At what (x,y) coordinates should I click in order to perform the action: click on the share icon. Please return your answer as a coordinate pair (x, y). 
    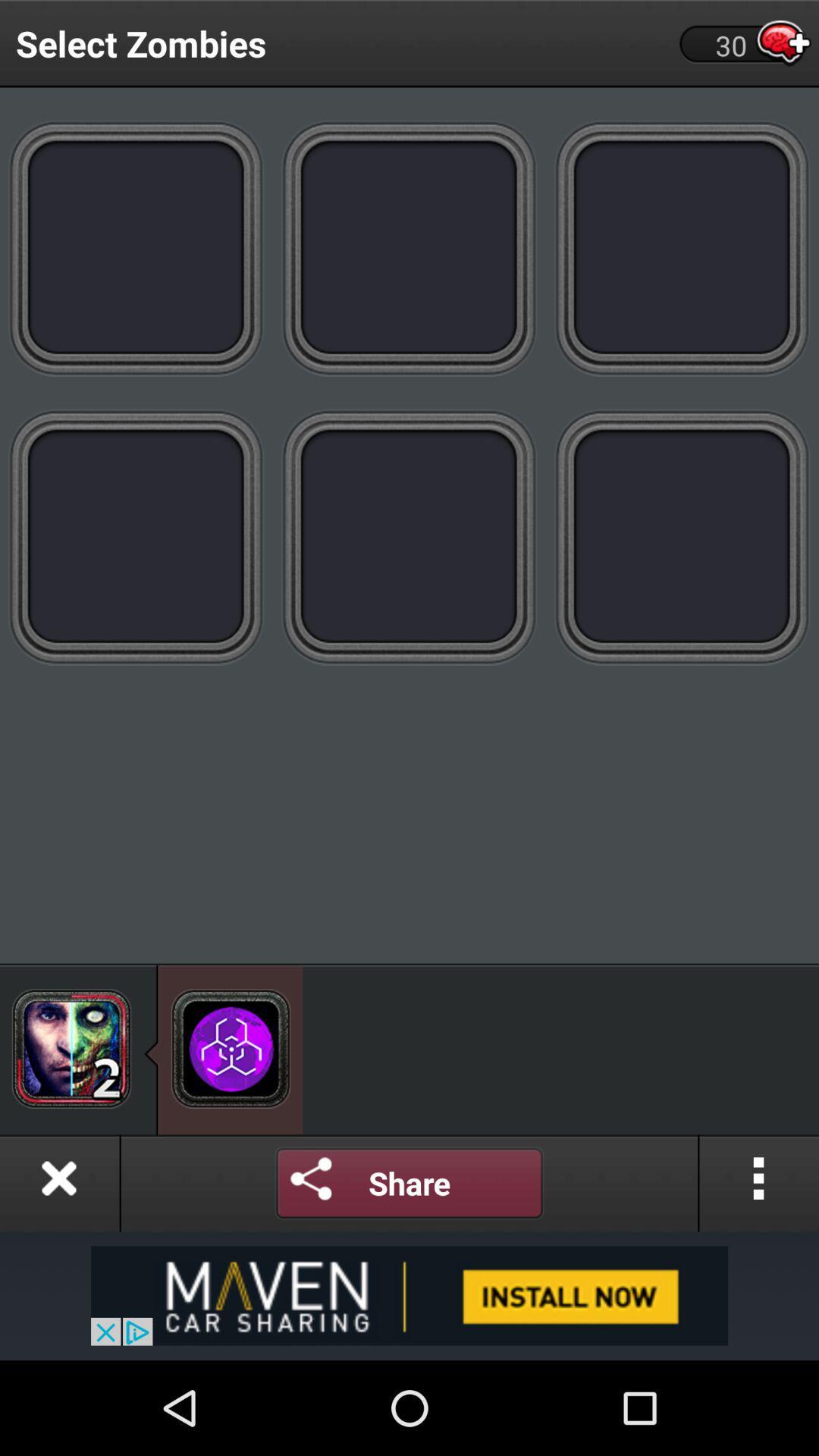
    Looking at the image, I should click on (311, 1266).